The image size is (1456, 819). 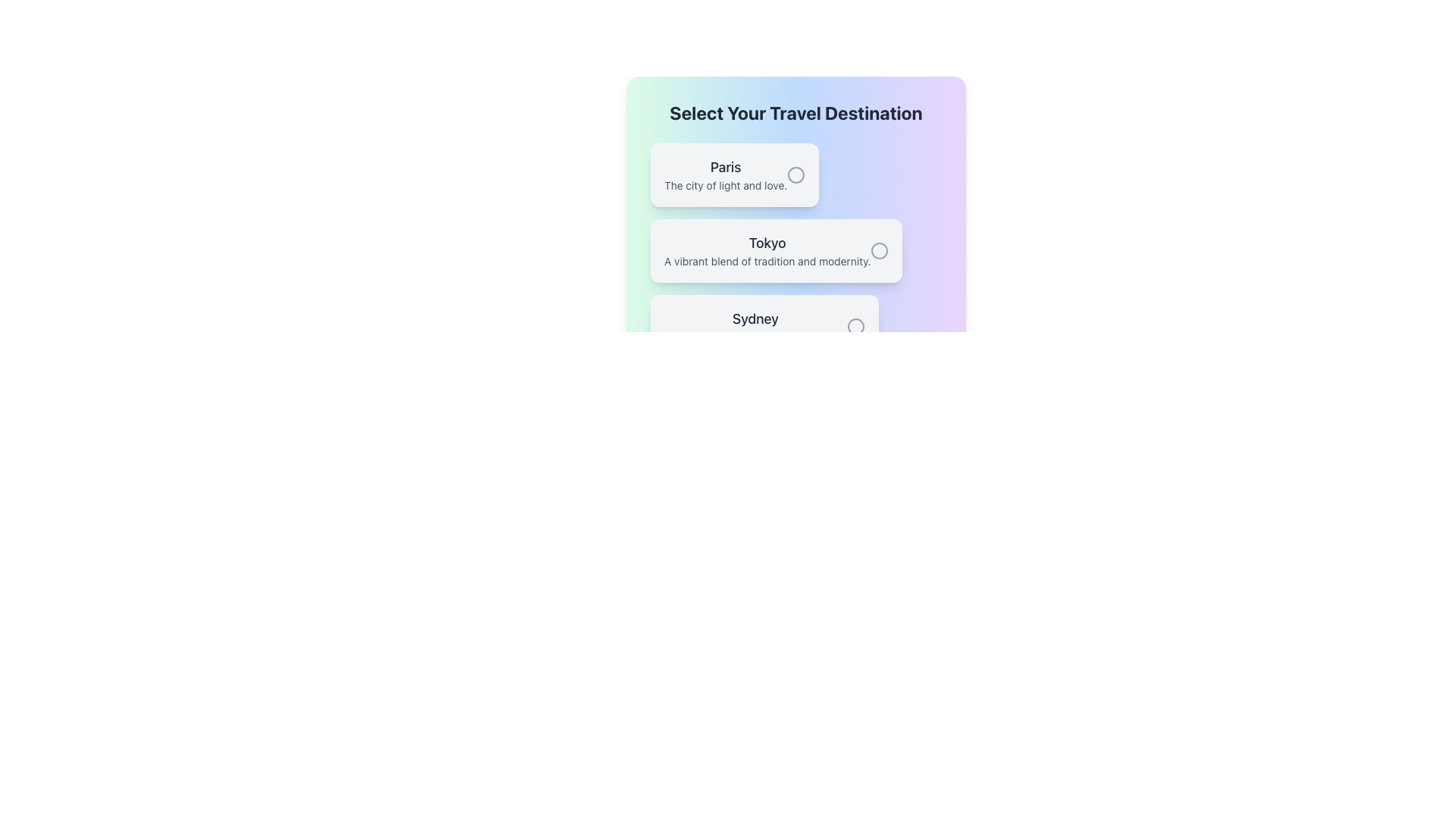 I want to click on the circular radio button for the 'Tokyo' option in the travel destination selection list, so click(x=880, y=250).